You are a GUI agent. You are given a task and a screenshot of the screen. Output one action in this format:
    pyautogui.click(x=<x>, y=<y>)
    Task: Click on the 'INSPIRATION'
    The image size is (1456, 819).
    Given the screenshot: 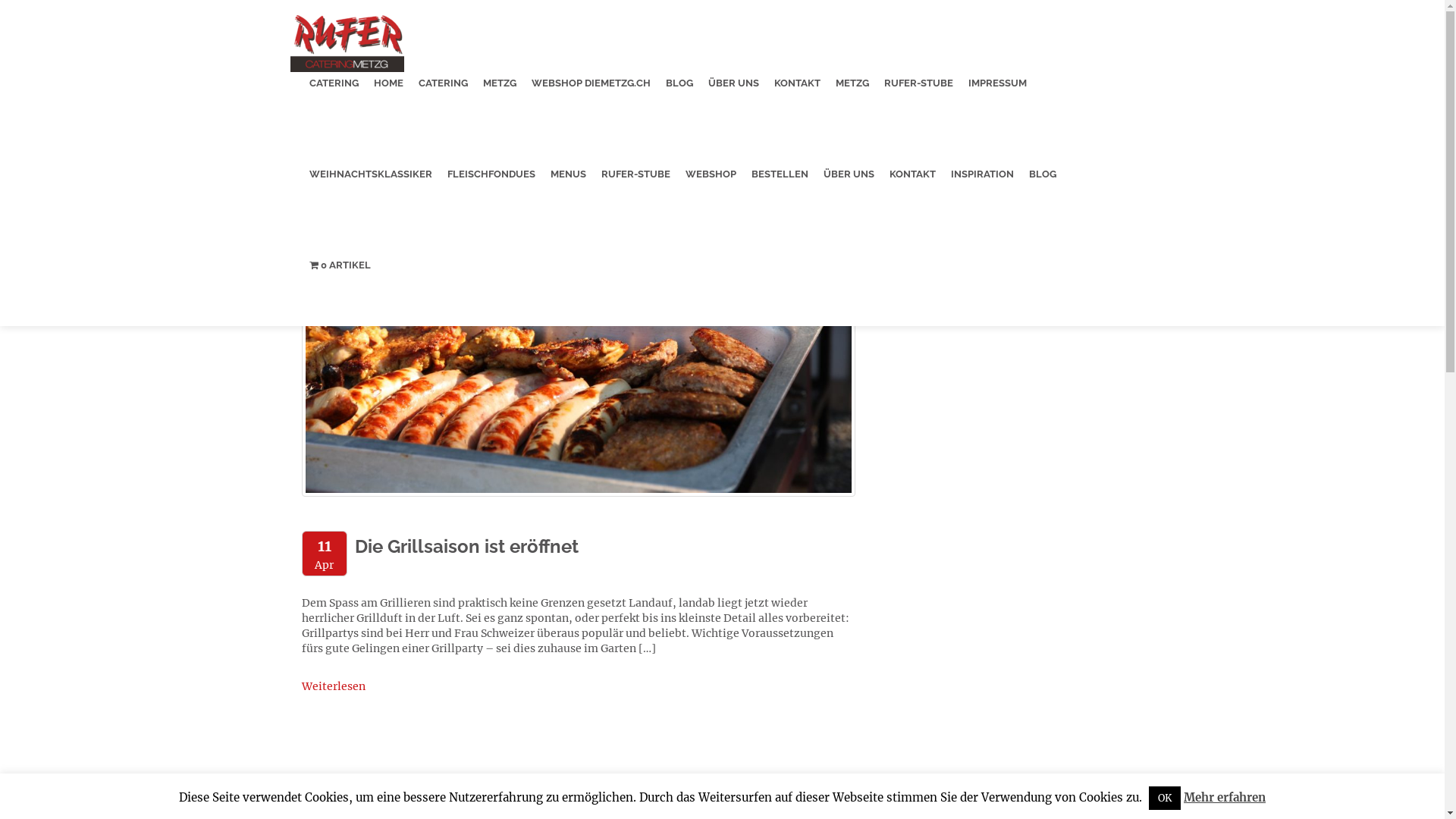 What is the action you would take?
    pyautogui.click(x=982, y=174)
    